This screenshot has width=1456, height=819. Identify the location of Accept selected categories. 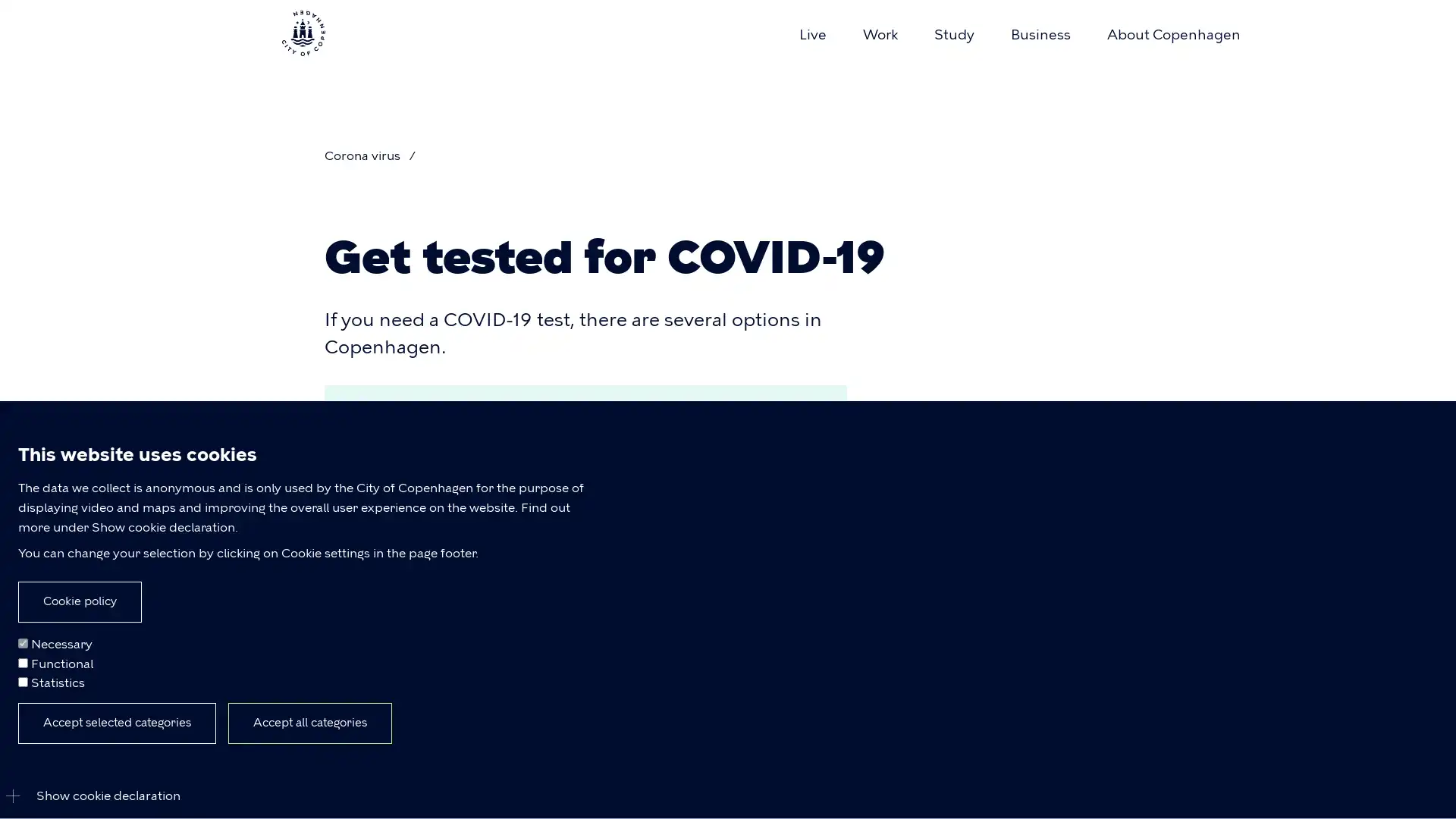
(116, 722).